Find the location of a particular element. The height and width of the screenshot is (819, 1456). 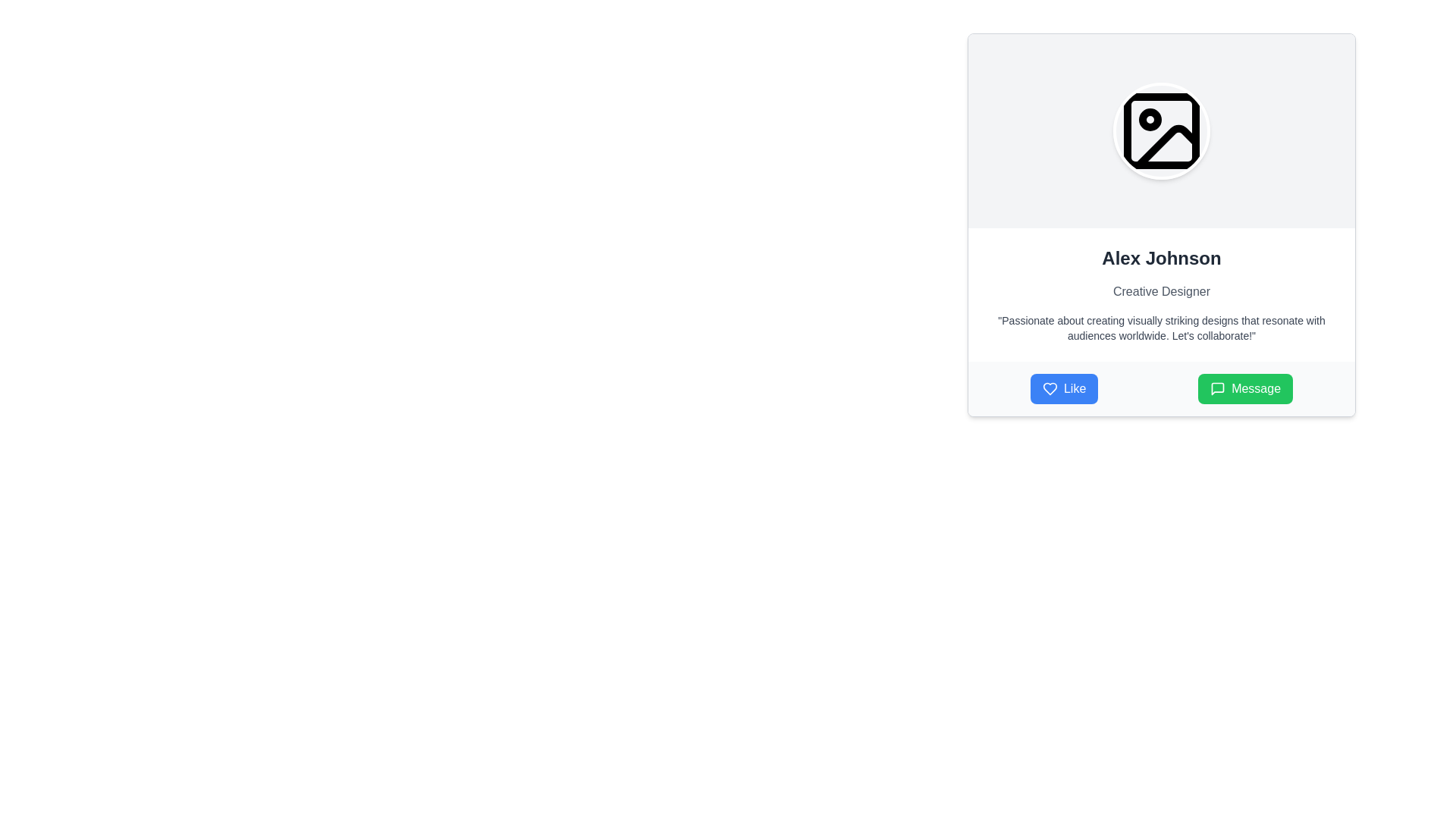

the small circular graphical feature located slightly offset to the top-left of the center of the user avatar in the profile card is located at coordinates (1150, 119).